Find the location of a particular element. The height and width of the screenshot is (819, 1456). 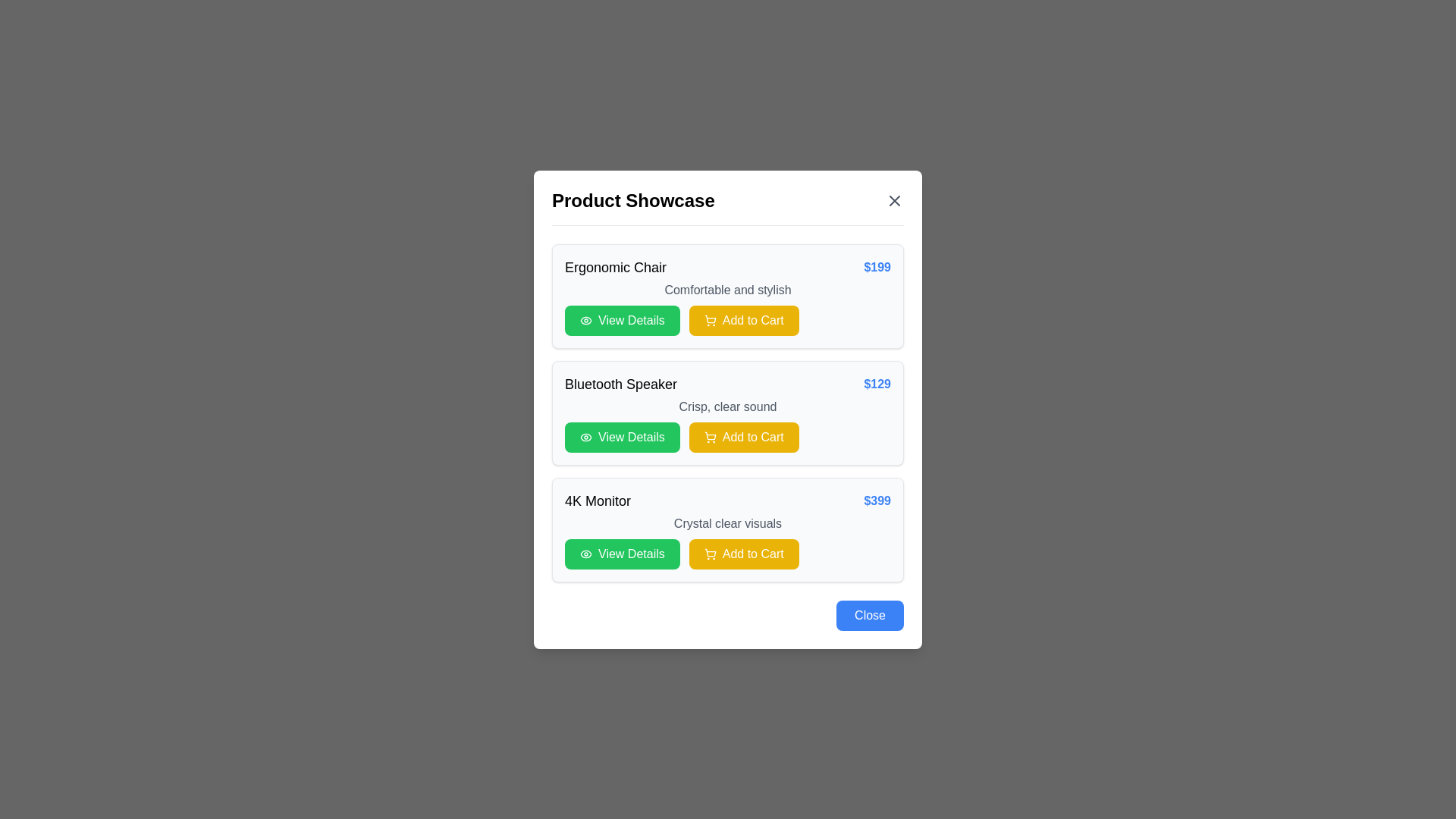

the text label within the green button that identifies the action for viewing additional details about the product '4K Monitor', located to the left of the 'Add to Cart' button is located at coordinates (631, 554).